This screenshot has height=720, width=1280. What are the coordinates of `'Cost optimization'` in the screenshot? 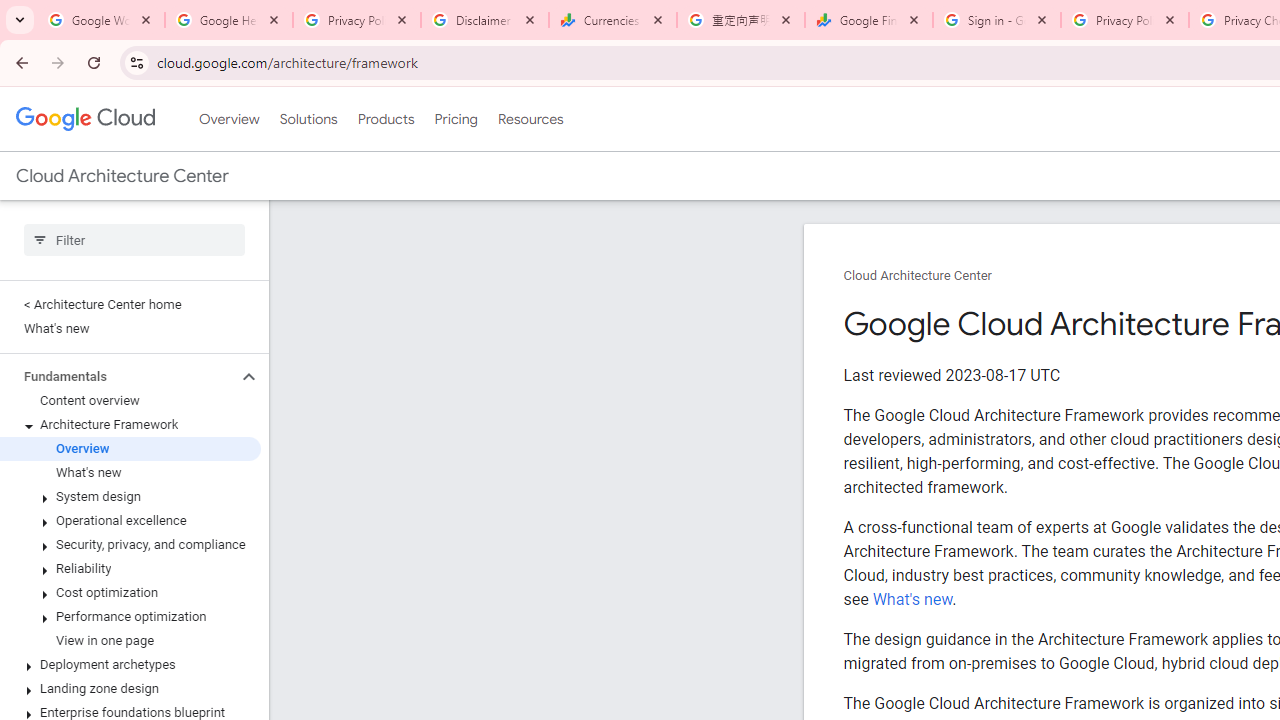 It's located at (129, 591).